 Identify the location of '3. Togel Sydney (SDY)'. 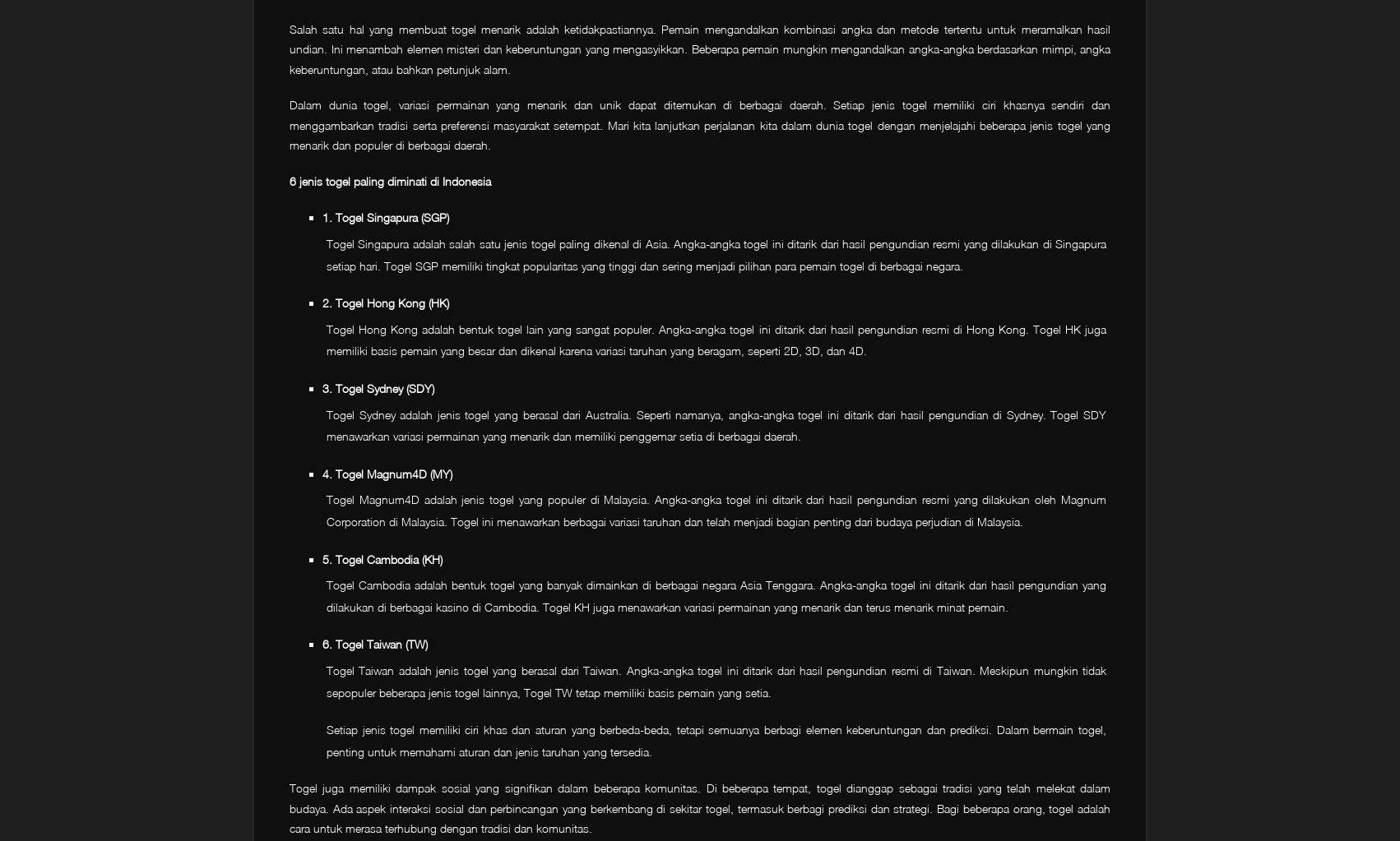
(378, 386).